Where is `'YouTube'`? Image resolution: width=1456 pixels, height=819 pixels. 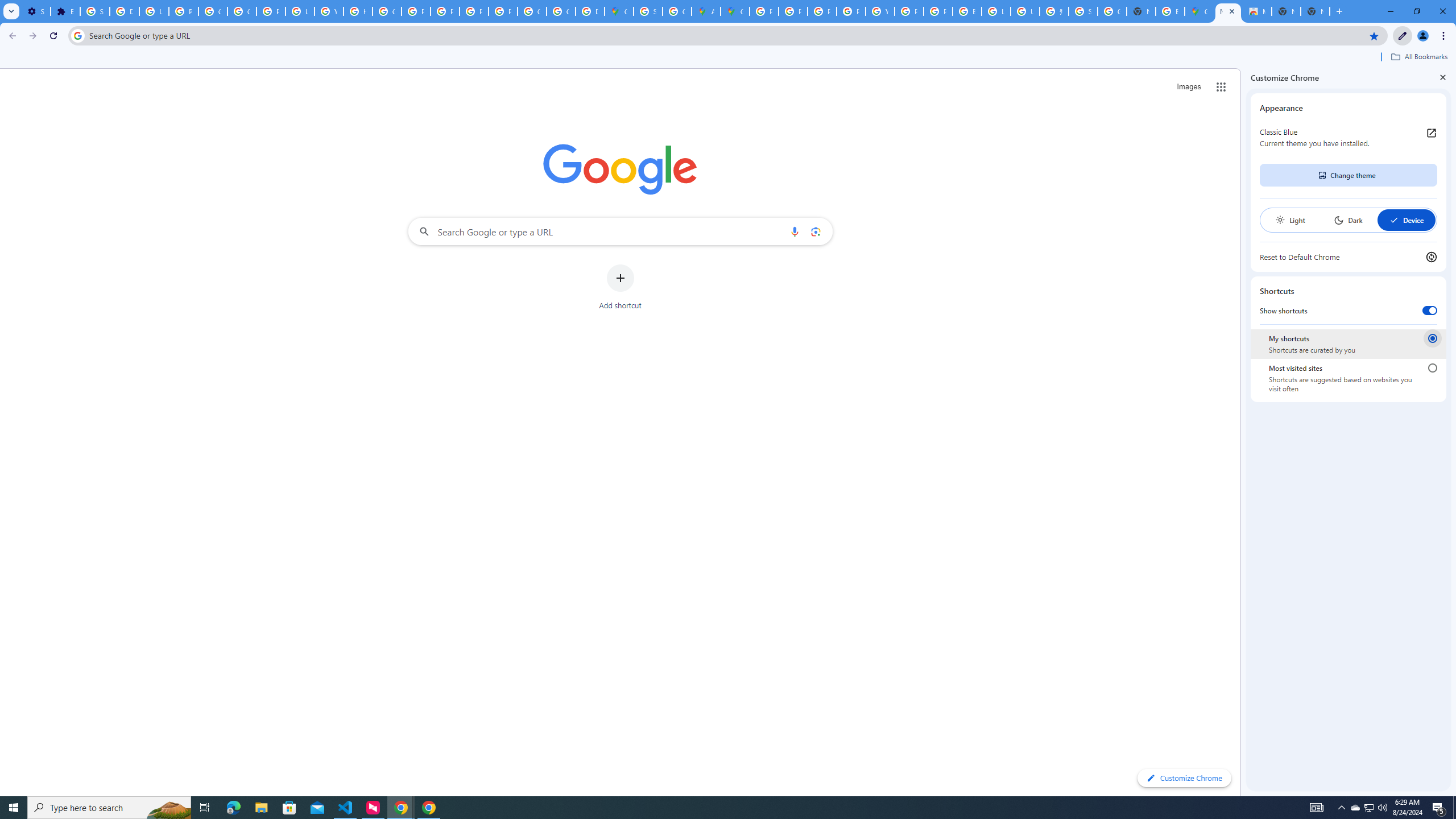 'YouTube' is located at coordinates (328, 11).